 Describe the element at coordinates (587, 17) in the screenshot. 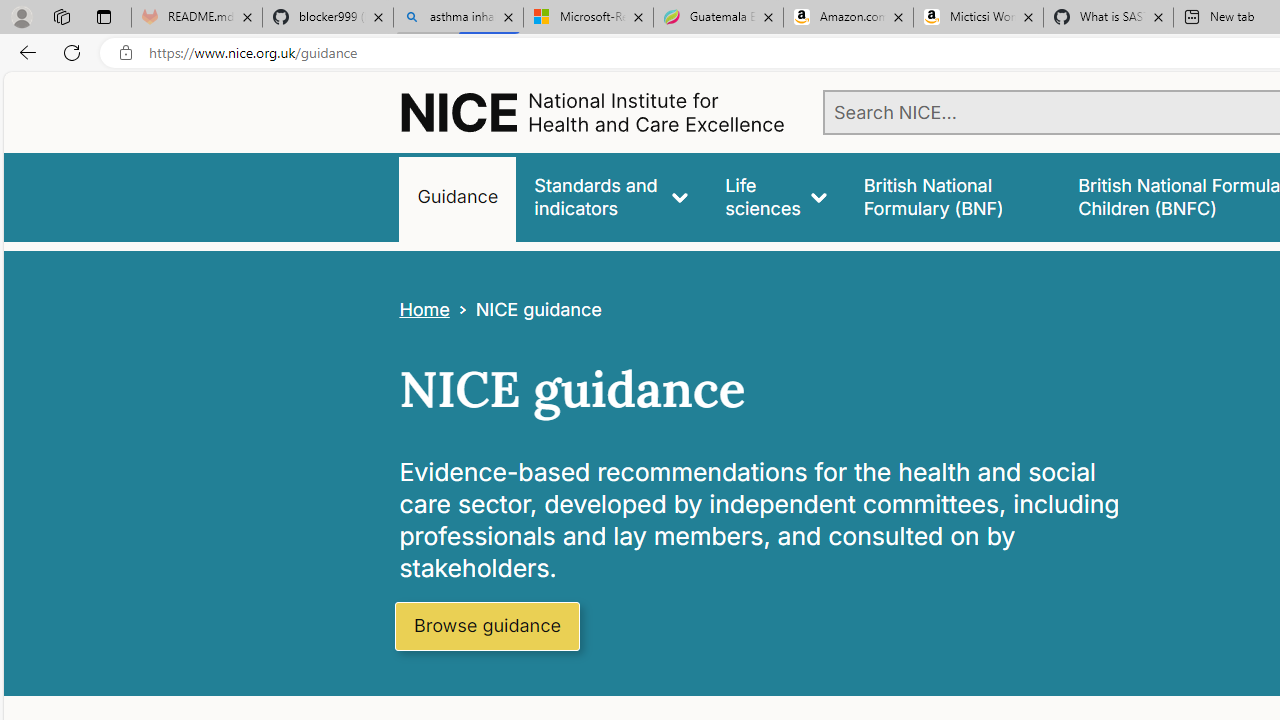

I see `'Microsoft-Report a Concern to Bing'` at that location.